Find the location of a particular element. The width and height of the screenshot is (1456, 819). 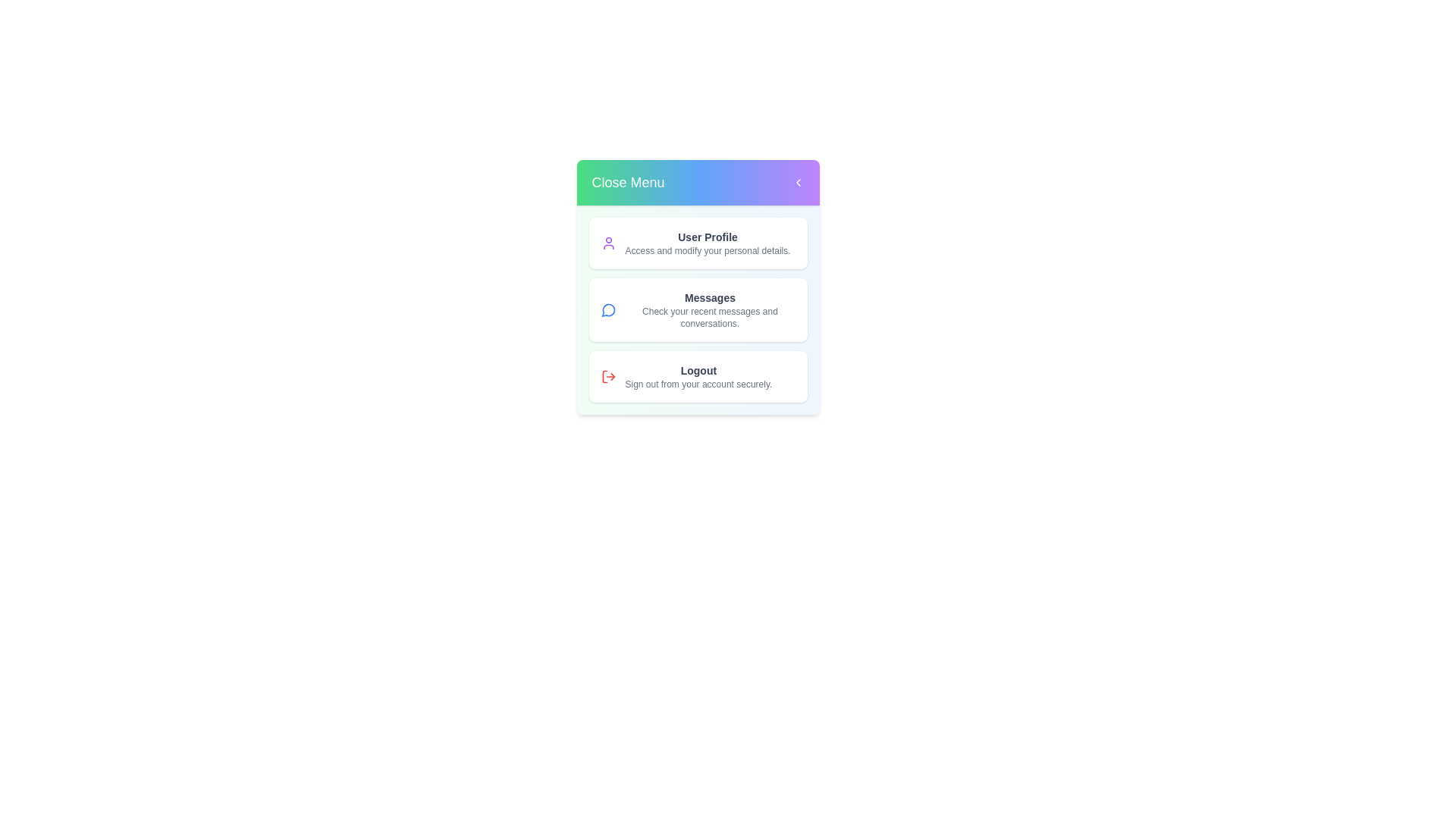

the menu option User Profile by clicking on it is located at coordinates (697, 242).